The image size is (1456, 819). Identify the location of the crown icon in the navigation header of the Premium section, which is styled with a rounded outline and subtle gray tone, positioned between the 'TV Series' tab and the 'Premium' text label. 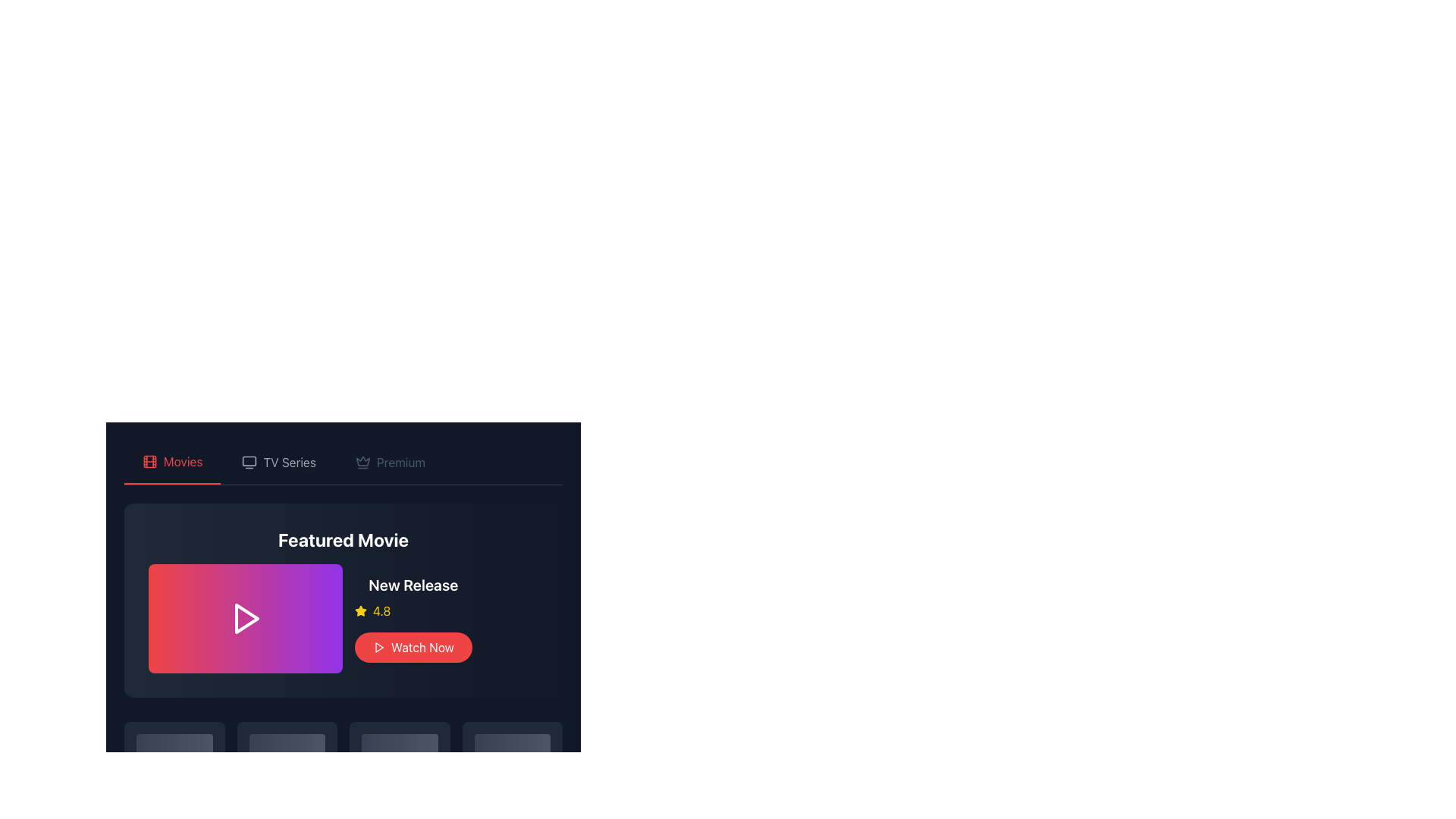
(362, 461).